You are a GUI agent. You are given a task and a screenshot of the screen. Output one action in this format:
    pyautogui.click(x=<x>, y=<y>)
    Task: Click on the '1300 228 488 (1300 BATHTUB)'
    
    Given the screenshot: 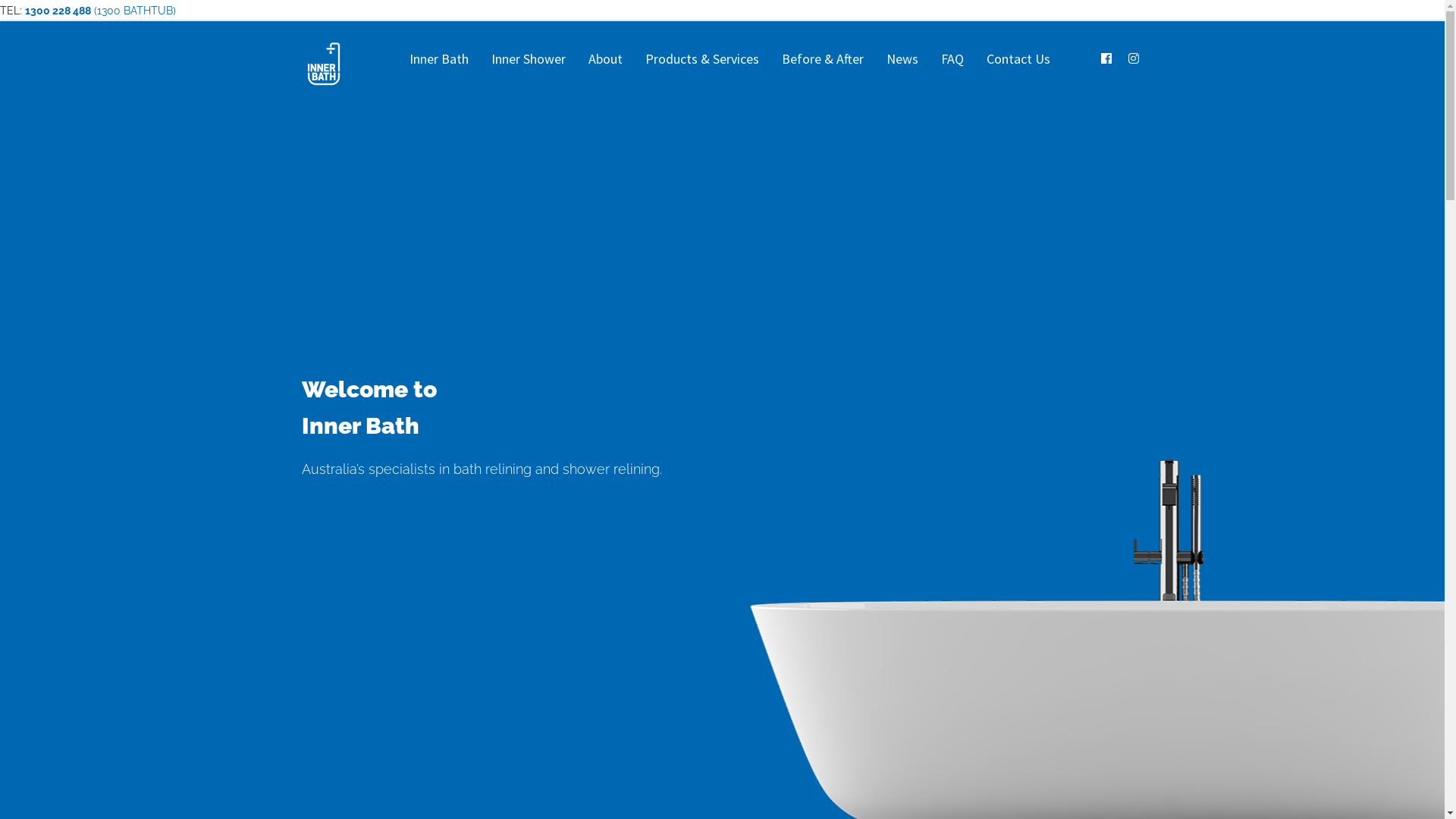 What is the action you would take?
    pyautogui.click(x=99, y=11)
    